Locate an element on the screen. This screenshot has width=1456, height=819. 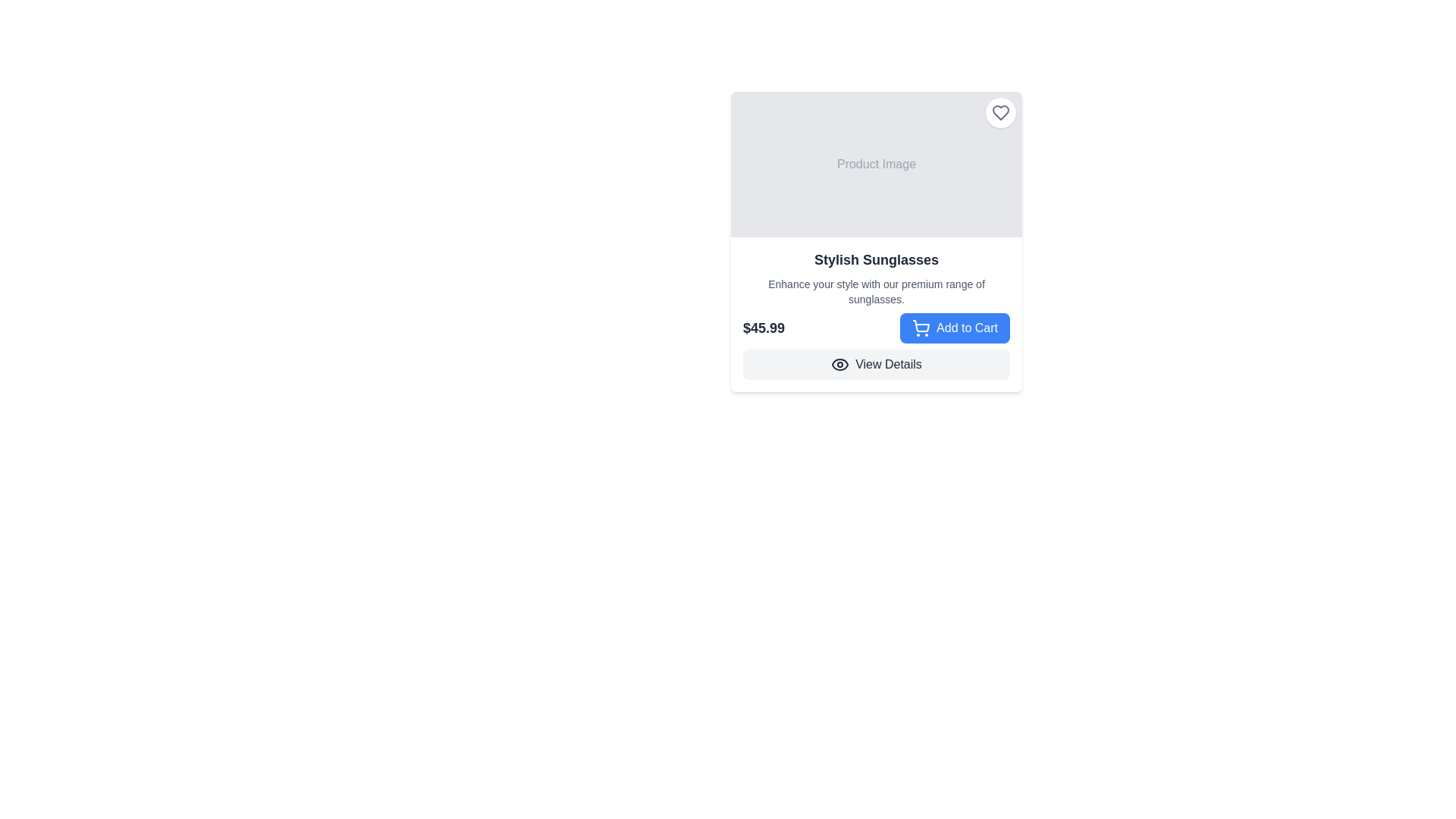
the heart icon located at the top-right corner of the product card to mark the item as a favorite is located at coordinates (1001, 112).